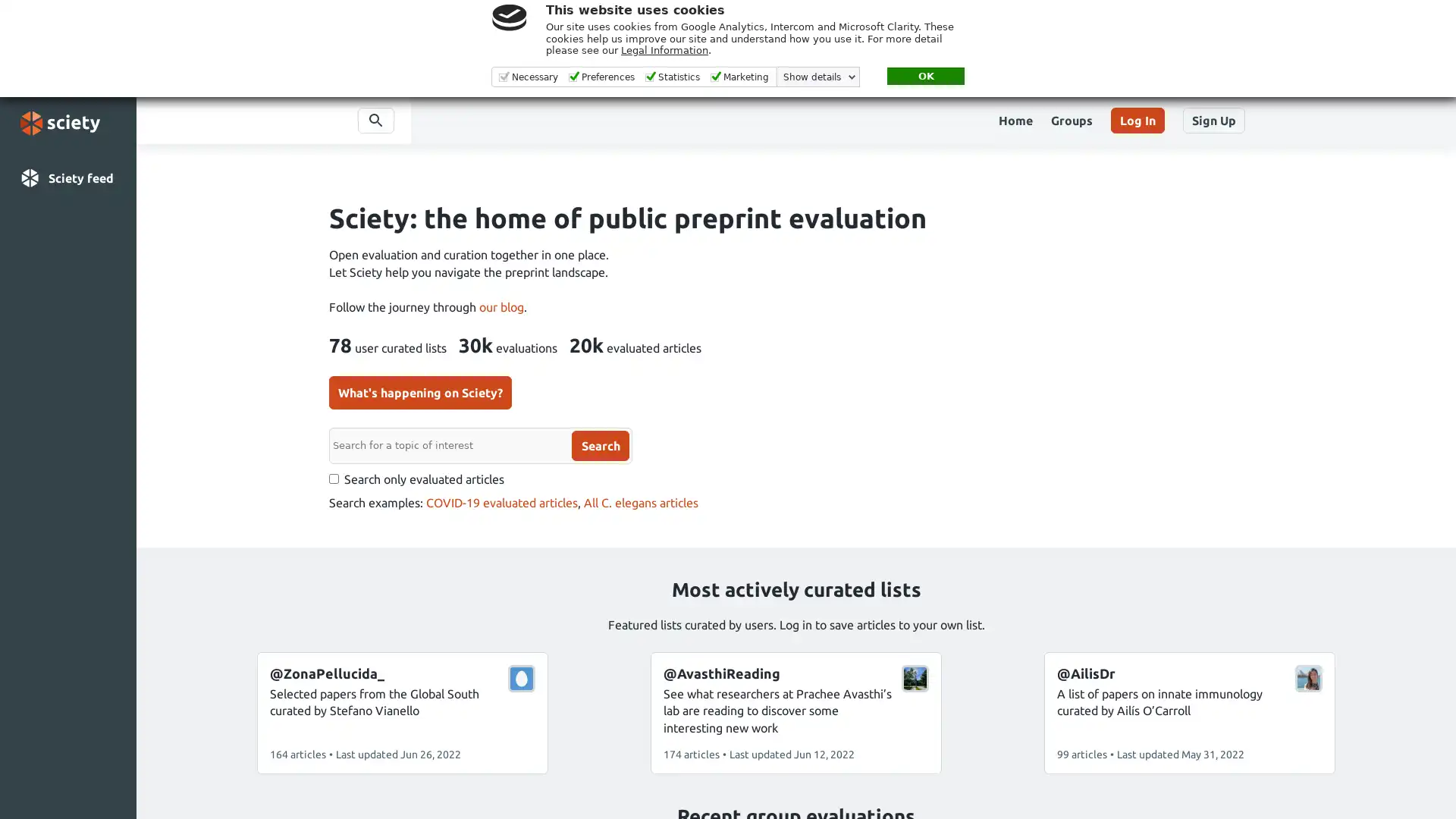 The height and width of the screenshot is (819, 1456). I want to click on Reset, so click(406, 468).